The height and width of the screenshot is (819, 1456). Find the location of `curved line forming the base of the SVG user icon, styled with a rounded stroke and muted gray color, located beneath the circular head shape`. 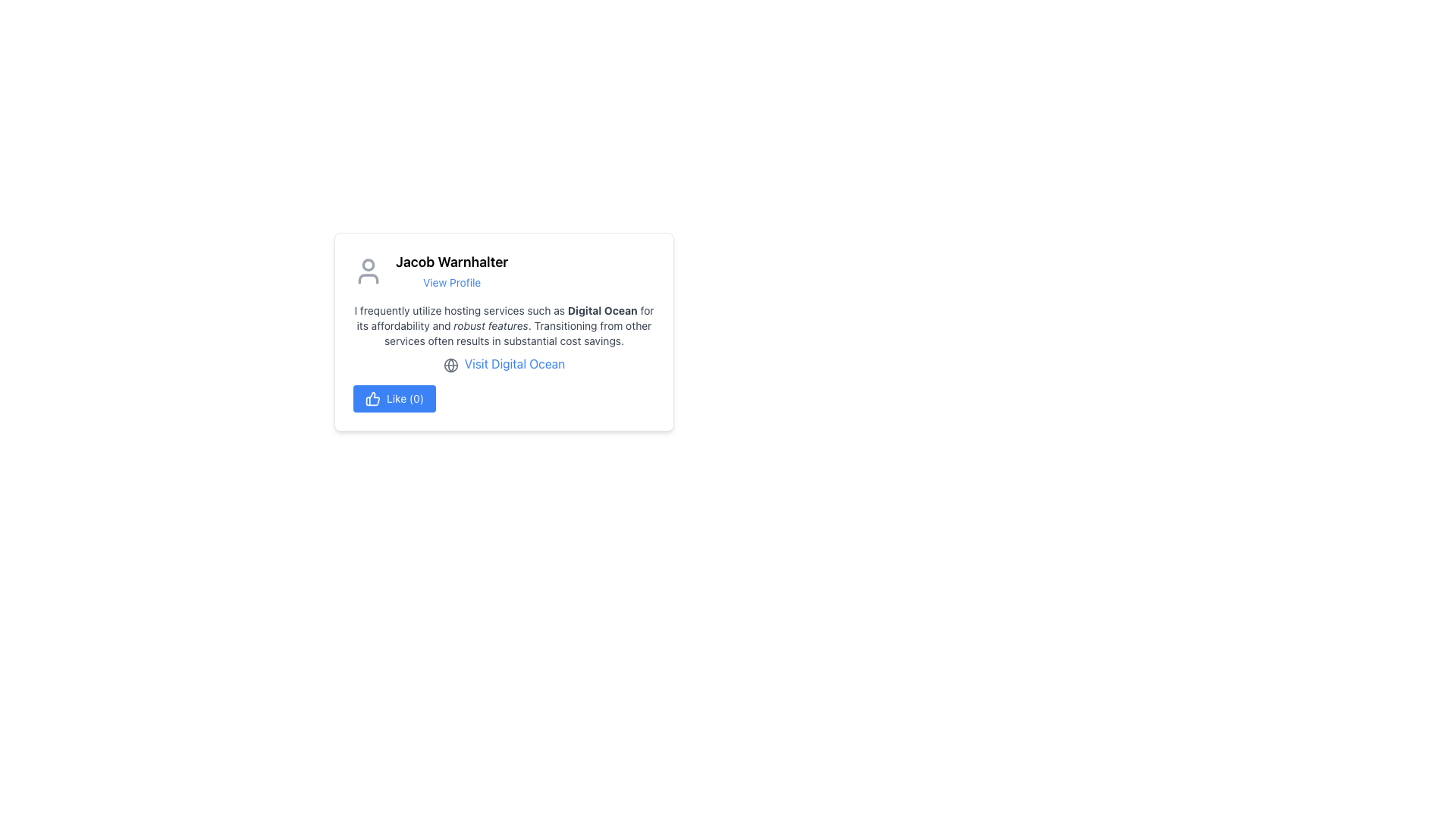

curved line forming the base of the SVG user icon, styled with a rounded stroke and muted gray color, located beneath the circular head shape is located at coordinates (368, 278).